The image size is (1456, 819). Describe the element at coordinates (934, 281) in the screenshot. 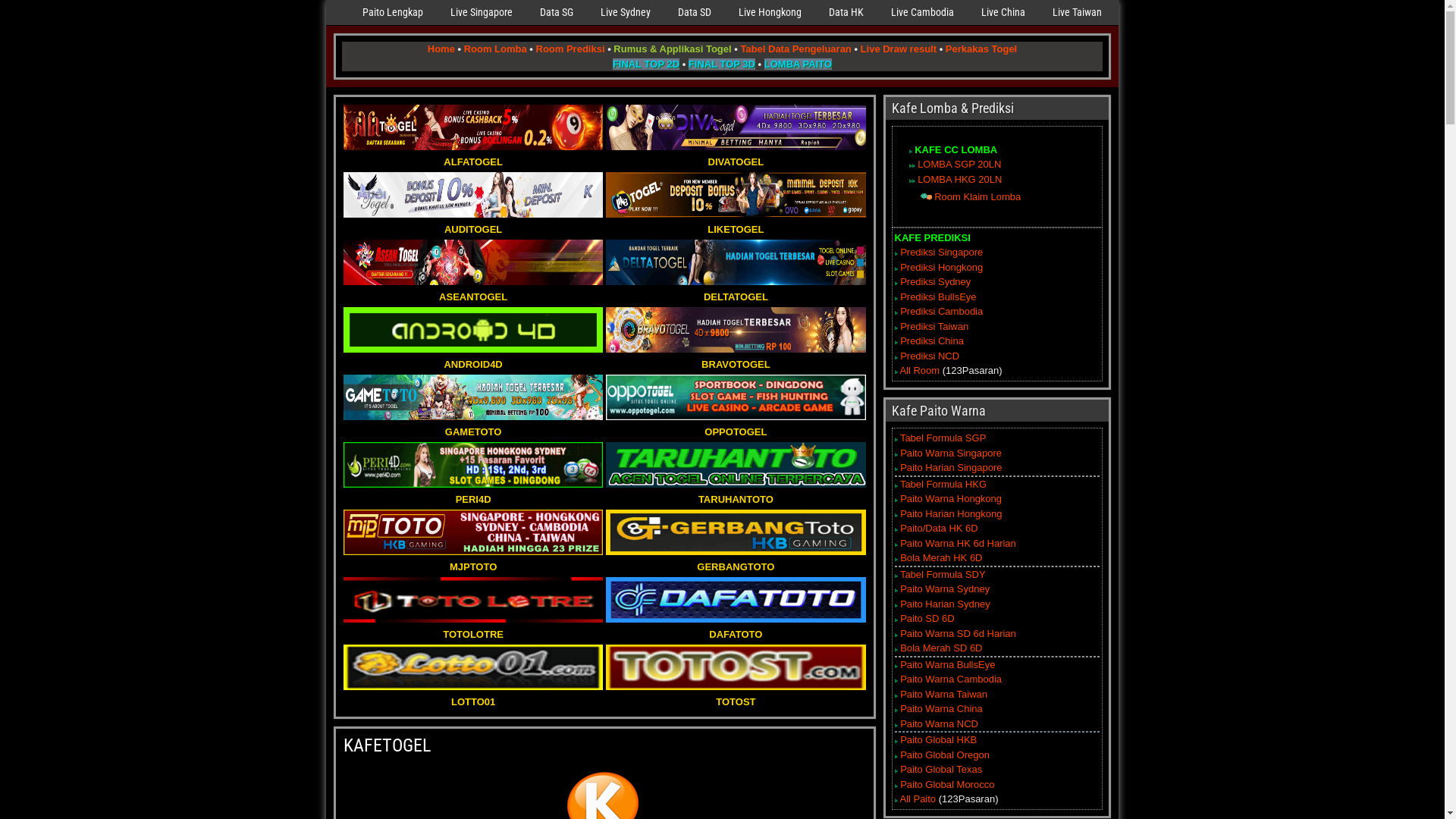

I see `'Prediksi Sydney'` at that location.